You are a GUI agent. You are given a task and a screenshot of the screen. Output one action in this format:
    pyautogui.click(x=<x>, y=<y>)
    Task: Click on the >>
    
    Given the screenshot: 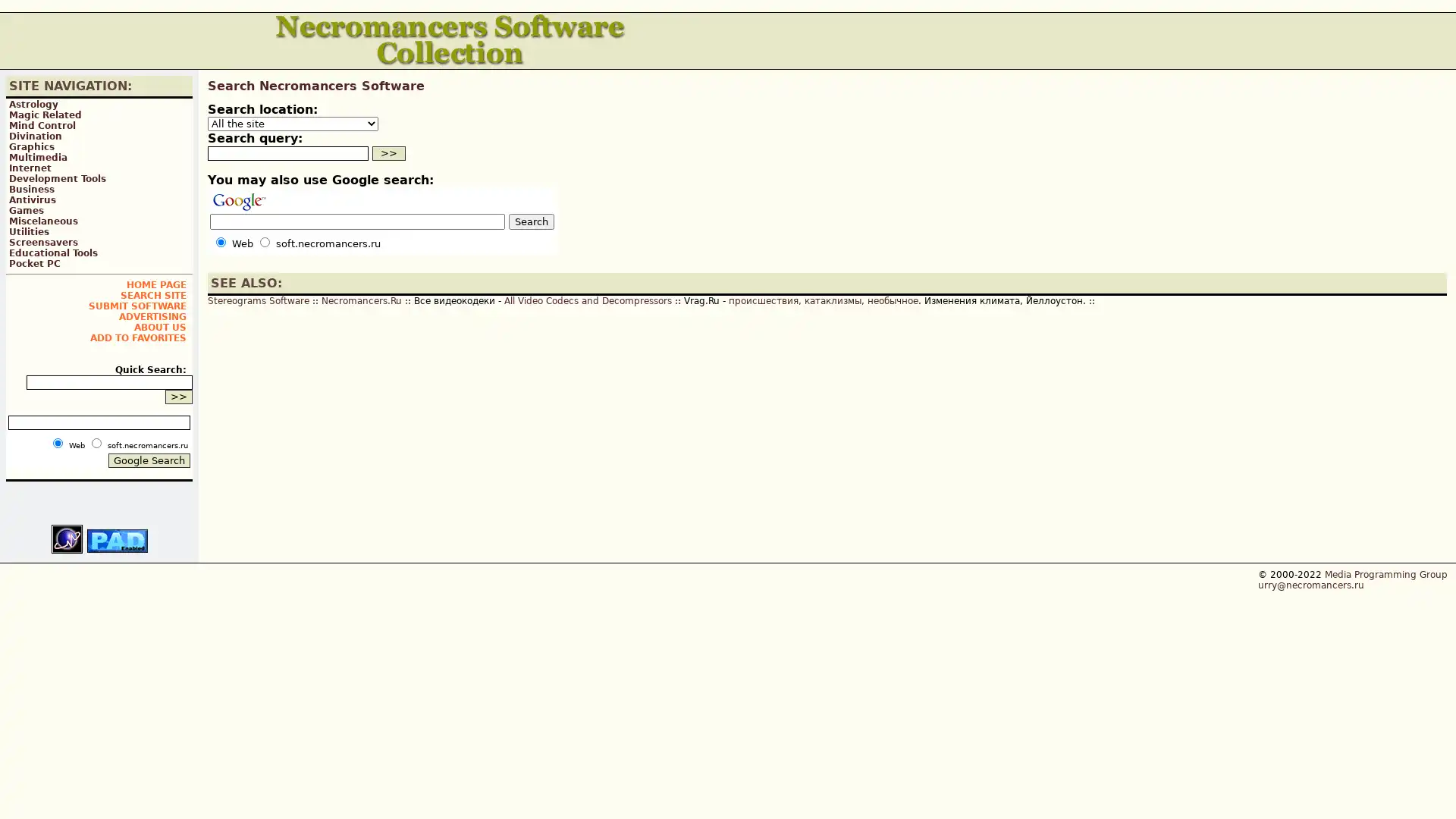 What is the action you would take?
    pyautogui.click(x=178, y=396)
    